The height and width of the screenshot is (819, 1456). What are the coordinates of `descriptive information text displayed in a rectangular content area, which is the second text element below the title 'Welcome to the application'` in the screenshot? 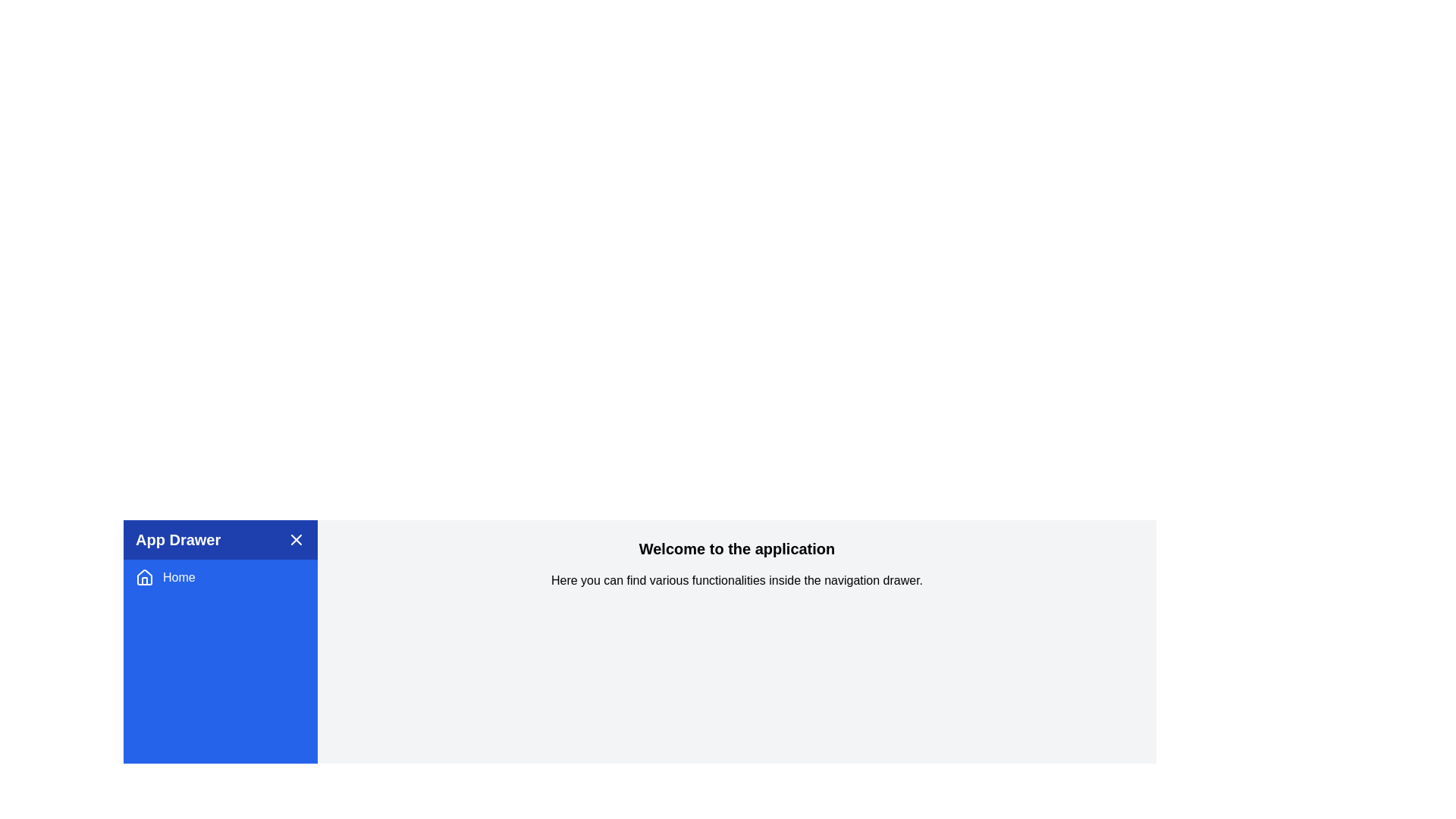 It's located at (736, 580).